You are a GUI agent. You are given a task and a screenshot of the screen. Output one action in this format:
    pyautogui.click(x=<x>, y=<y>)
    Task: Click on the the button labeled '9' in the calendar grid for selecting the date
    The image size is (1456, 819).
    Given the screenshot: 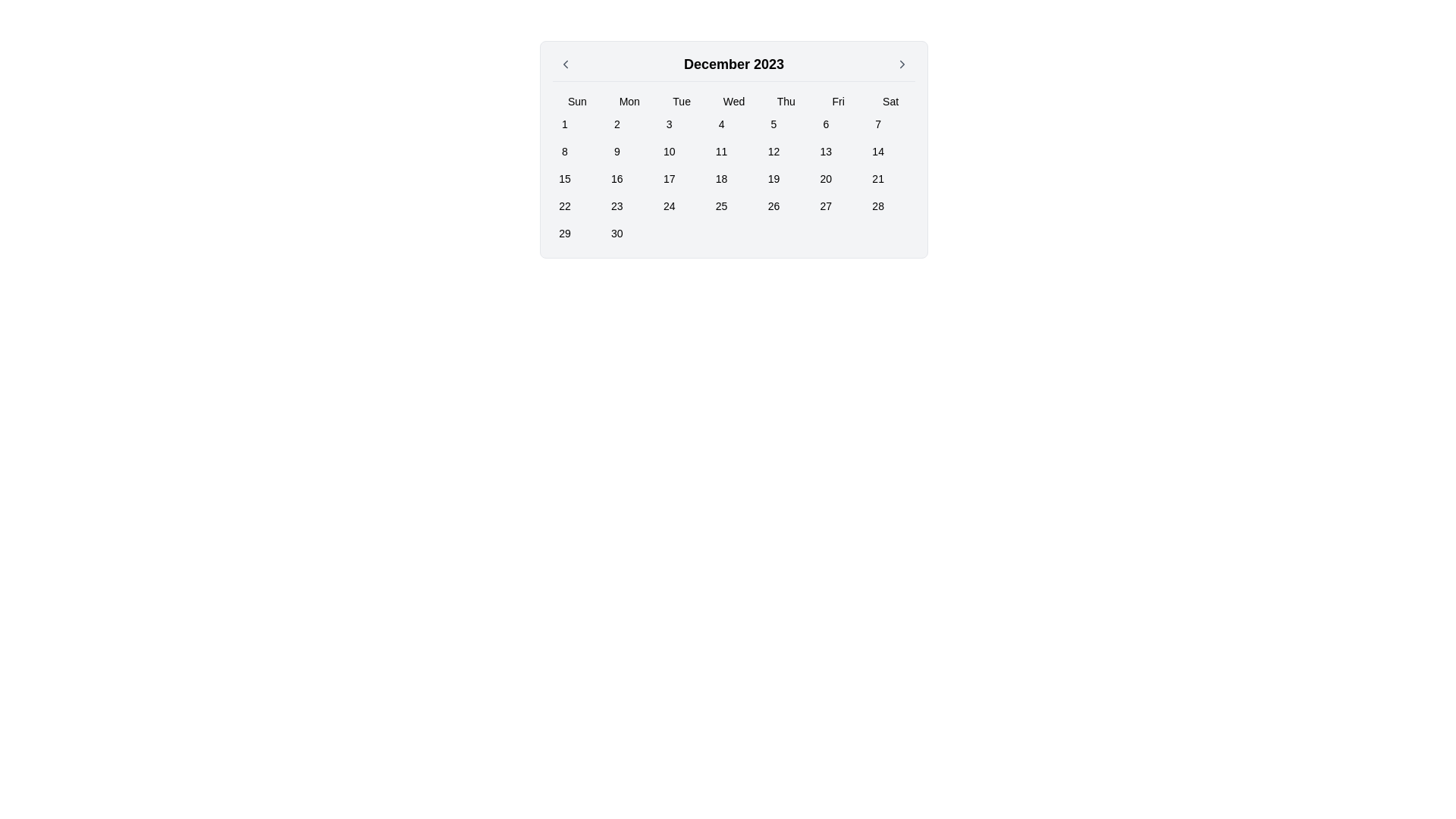 What is the action you would take?
    pyautogui.click(x=617, y=152)
    